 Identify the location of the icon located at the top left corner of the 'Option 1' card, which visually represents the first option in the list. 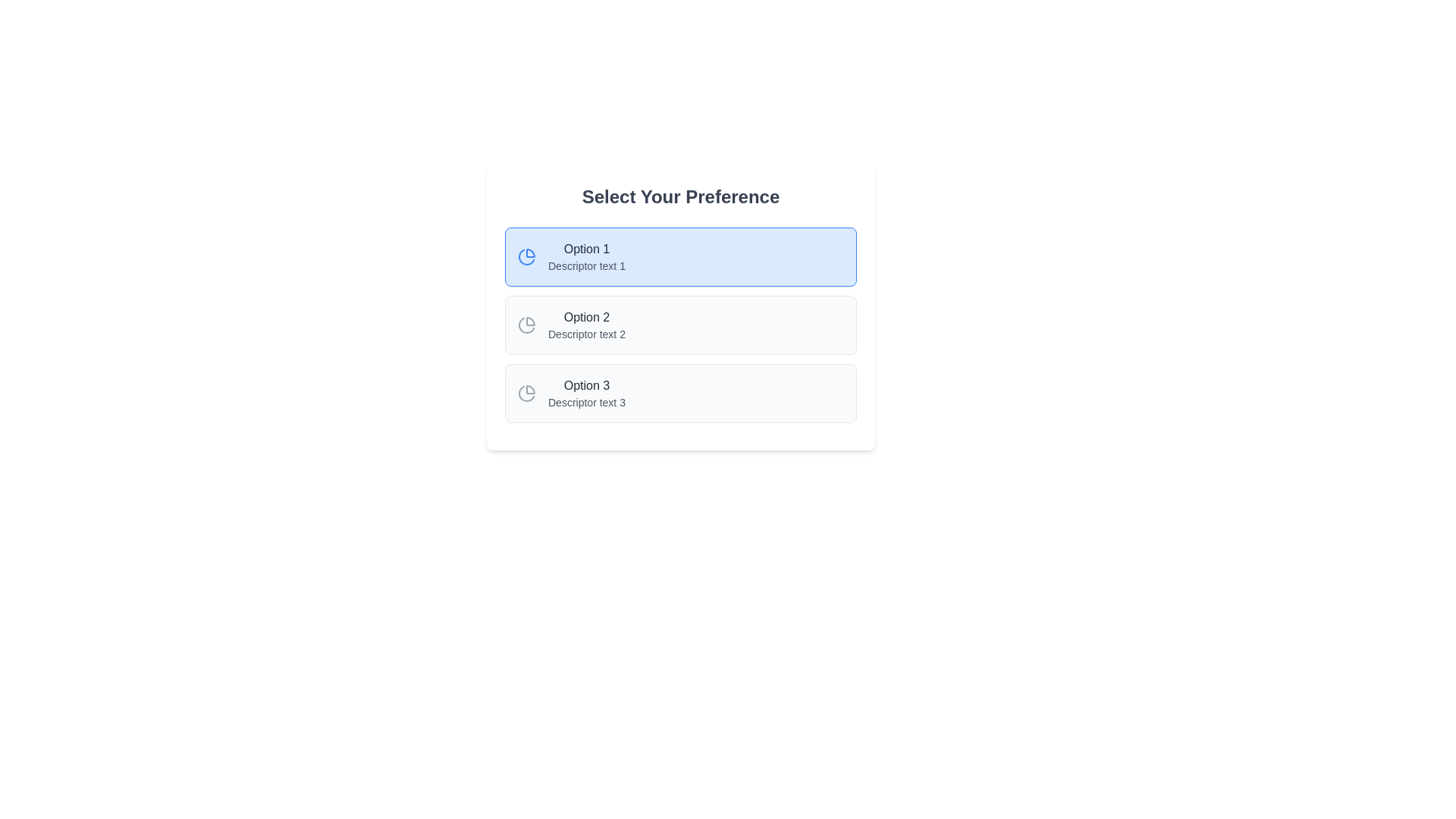
(527, 256).